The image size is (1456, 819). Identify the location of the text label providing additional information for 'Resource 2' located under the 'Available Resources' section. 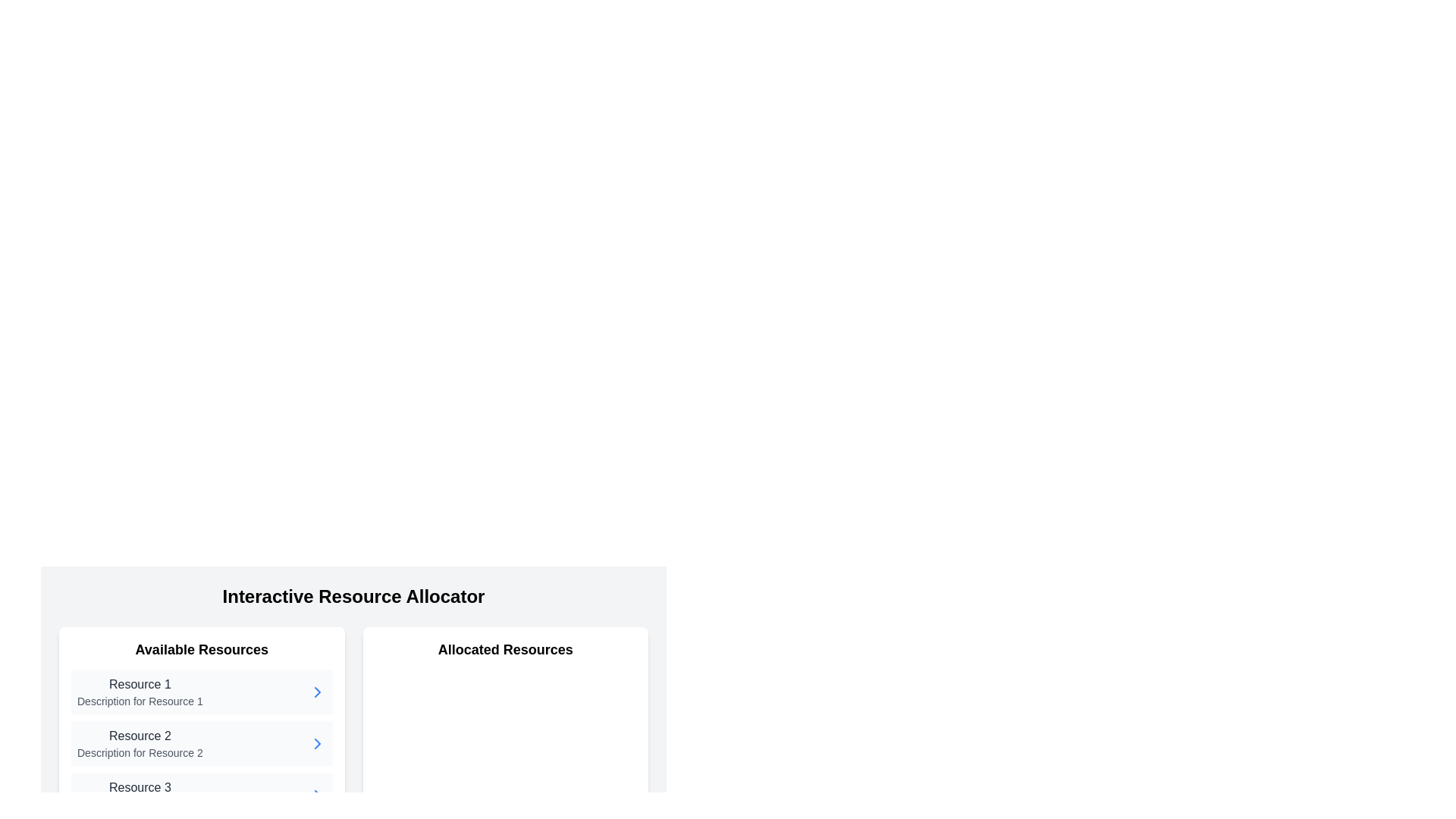
(140, 752).